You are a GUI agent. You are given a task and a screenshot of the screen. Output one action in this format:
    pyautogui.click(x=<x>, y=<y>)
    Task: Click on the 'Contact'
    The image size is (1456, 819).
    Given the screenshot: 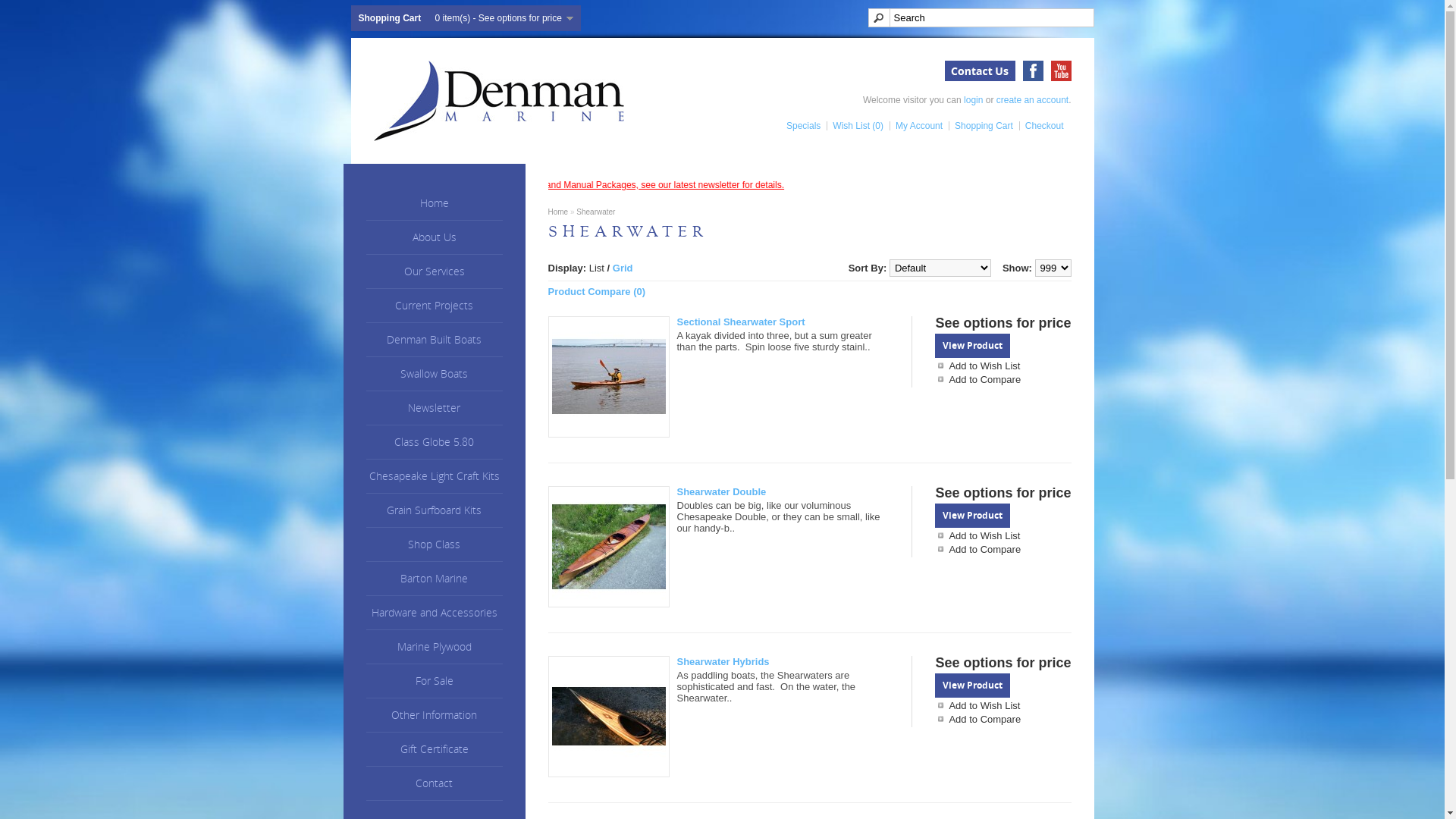 What is the action you would take?
    pyautogui.click(x=365, y=783)
    